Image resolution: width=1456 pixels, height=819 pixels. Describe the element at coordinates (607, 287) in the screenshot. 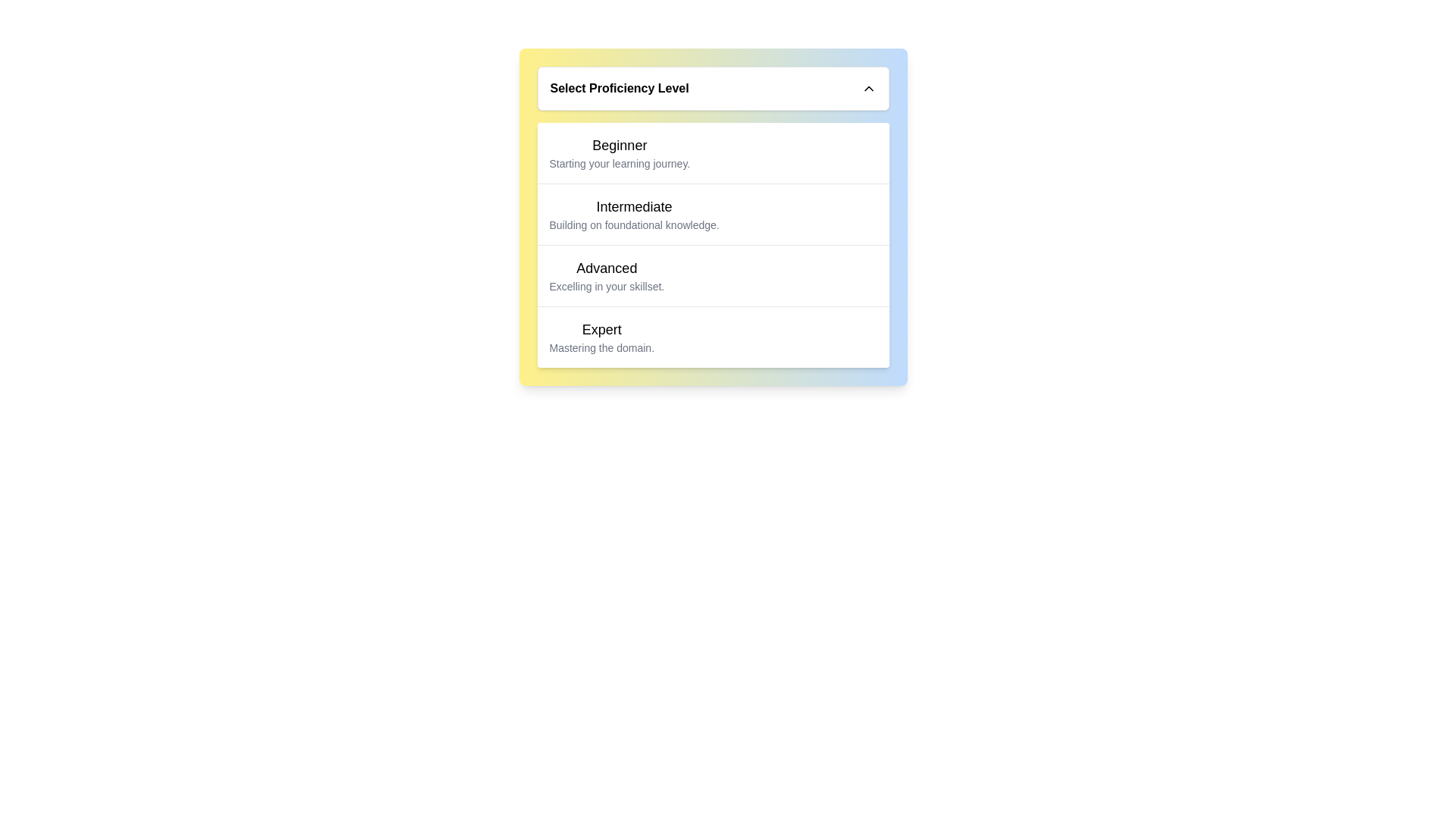

I see `the text label 'Excelling in your skillset.'` at that location.